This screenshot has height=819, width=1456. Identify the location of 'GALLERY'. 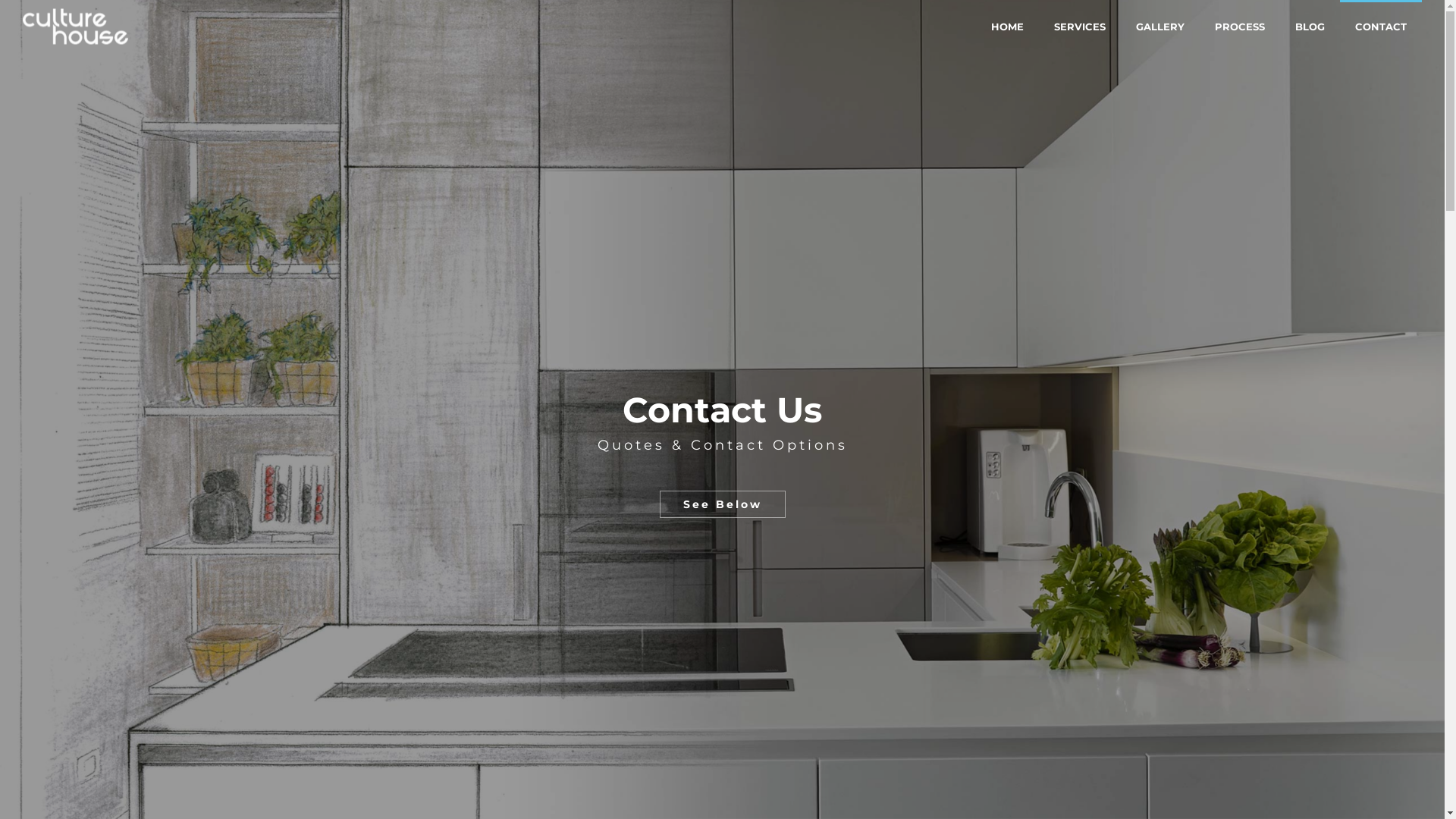
(1159, 26).